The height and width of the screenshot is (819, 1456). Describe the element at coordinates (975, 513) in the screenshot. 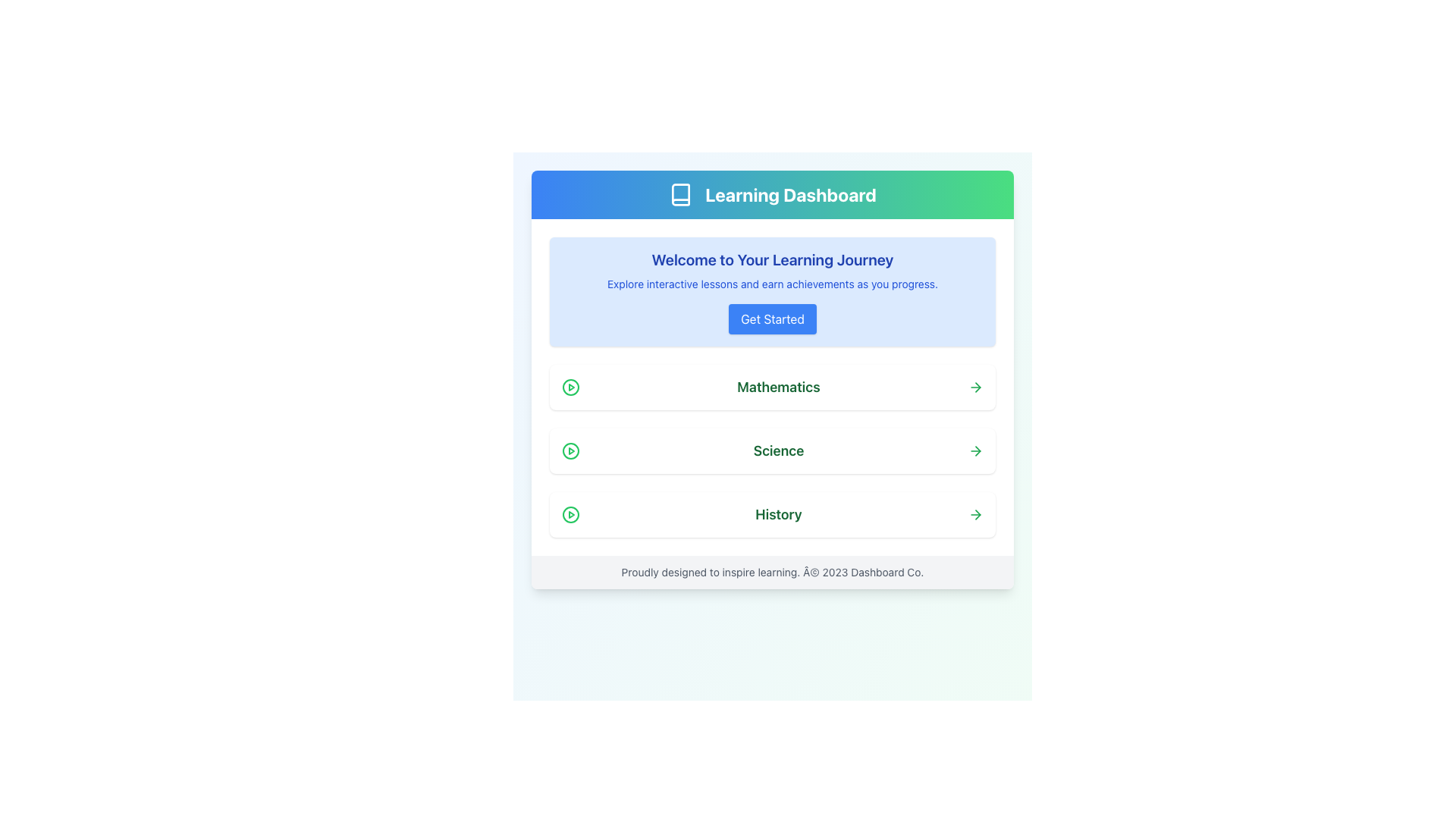

I see `the arrow icon located at the rightmost position of the third row, aligned with 'History'` at that location.